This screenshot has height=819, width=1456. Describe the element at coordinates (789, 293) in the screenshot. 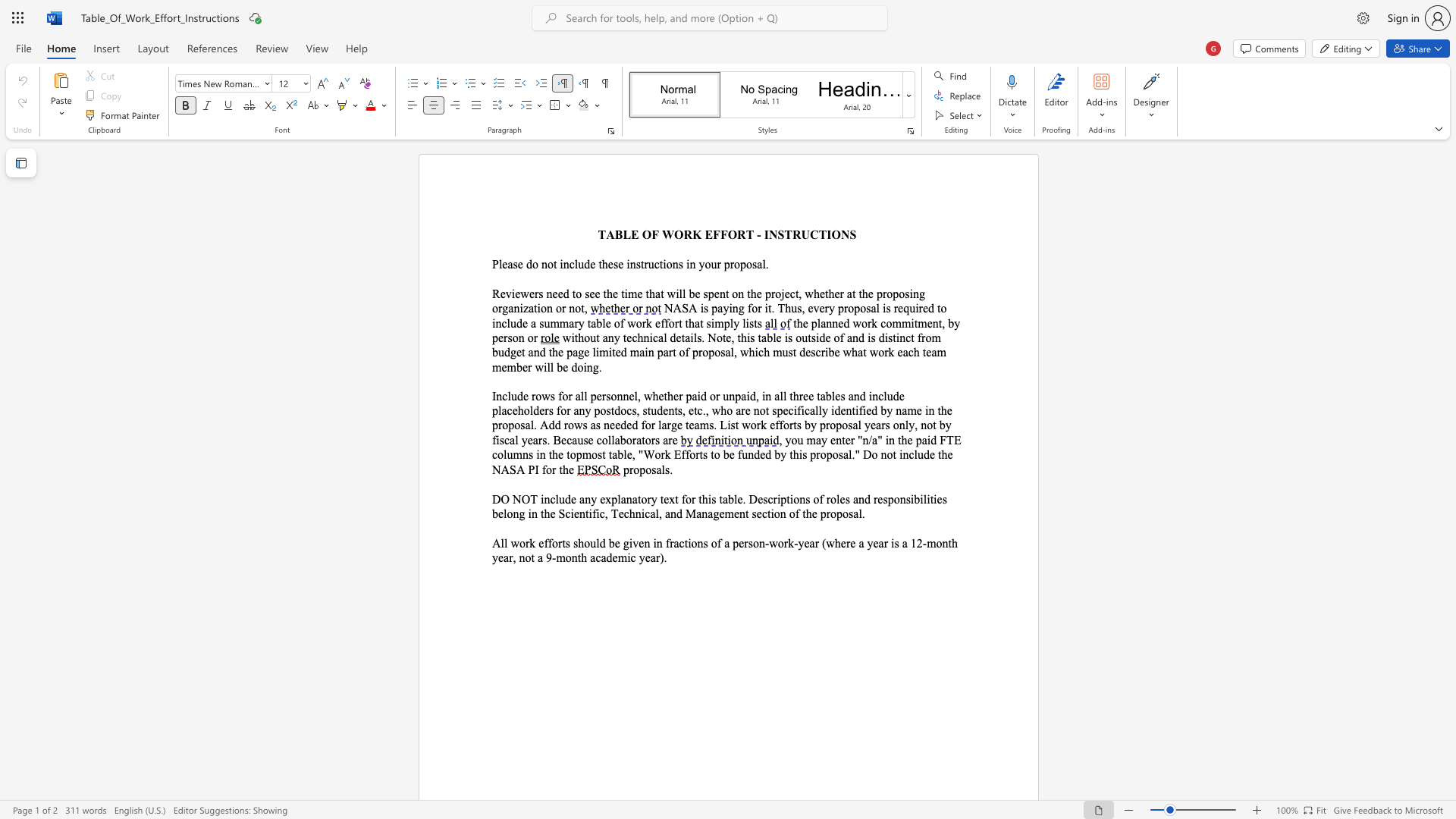

I see `the space between the continuous character "e" and "c" in the text` at that location.